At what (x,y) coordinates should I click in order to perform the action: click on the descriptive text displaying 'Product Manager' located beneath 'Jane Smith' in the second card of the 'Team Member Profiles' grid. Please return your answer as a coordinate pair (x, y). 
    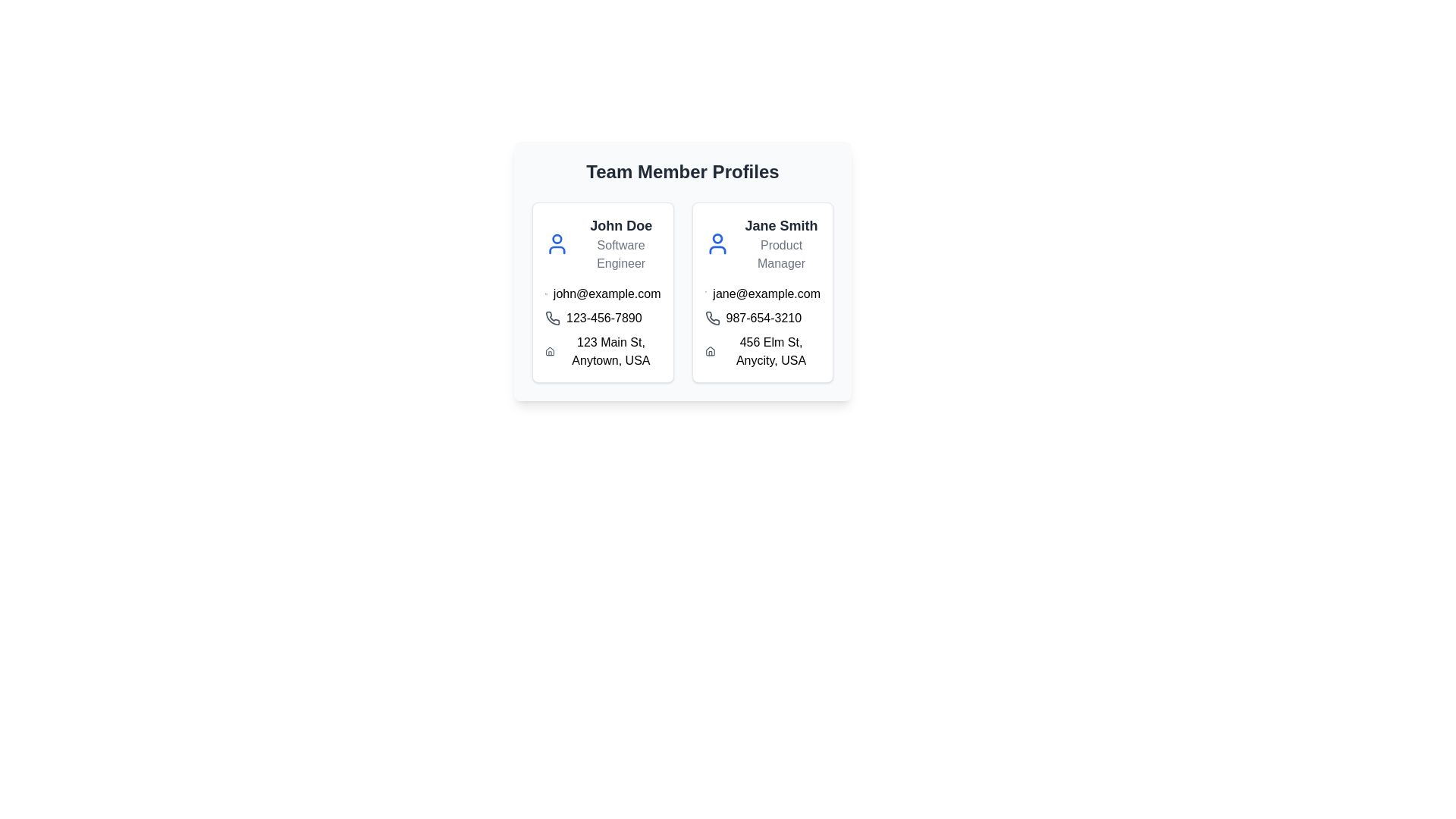
    Looking at the image, I should click on (781, 253).